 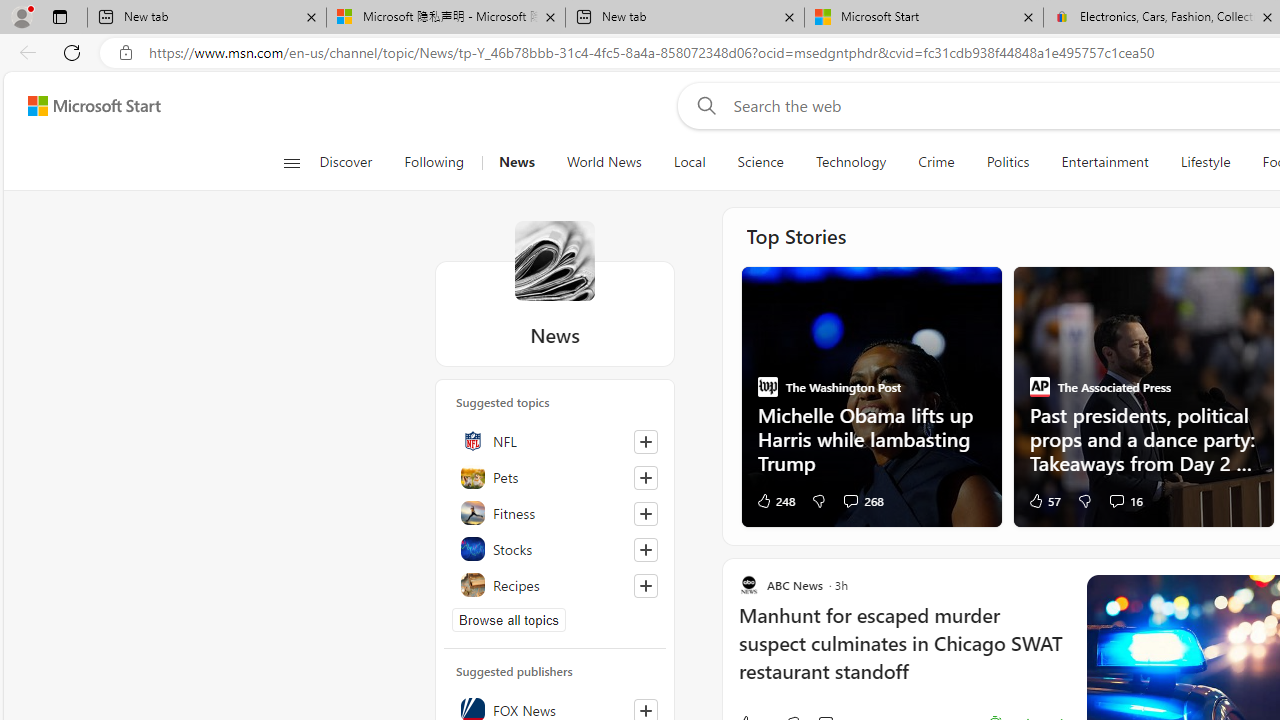 What do you see at coordinates (850, 499) in the screenshot?
I see `'View comments 268 Comment'` at bounding box center [850, 499].